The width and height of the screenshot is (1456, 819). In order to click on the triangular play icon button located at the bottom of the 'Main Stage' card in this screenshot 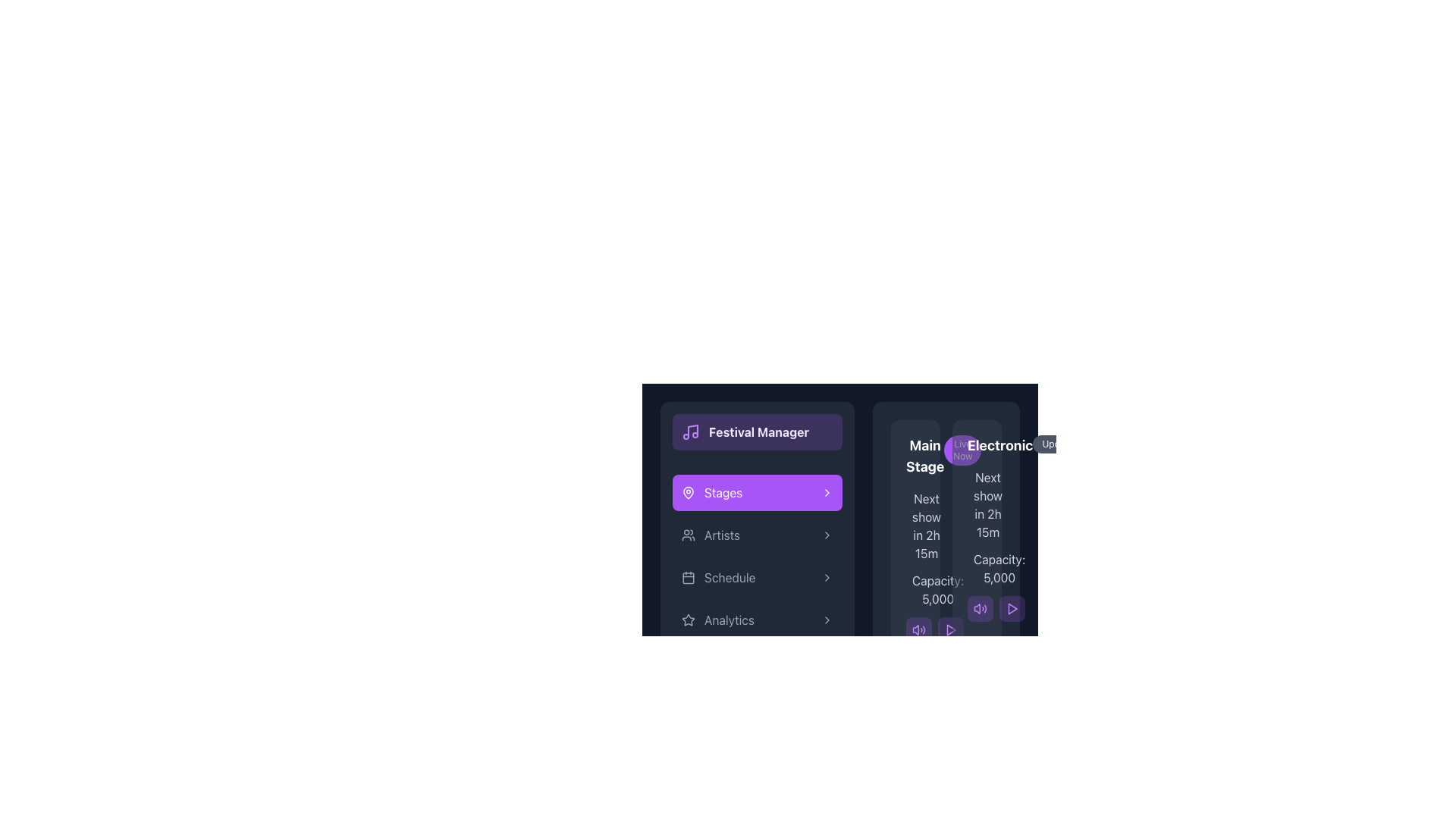, I will do `click(950, 629)`.